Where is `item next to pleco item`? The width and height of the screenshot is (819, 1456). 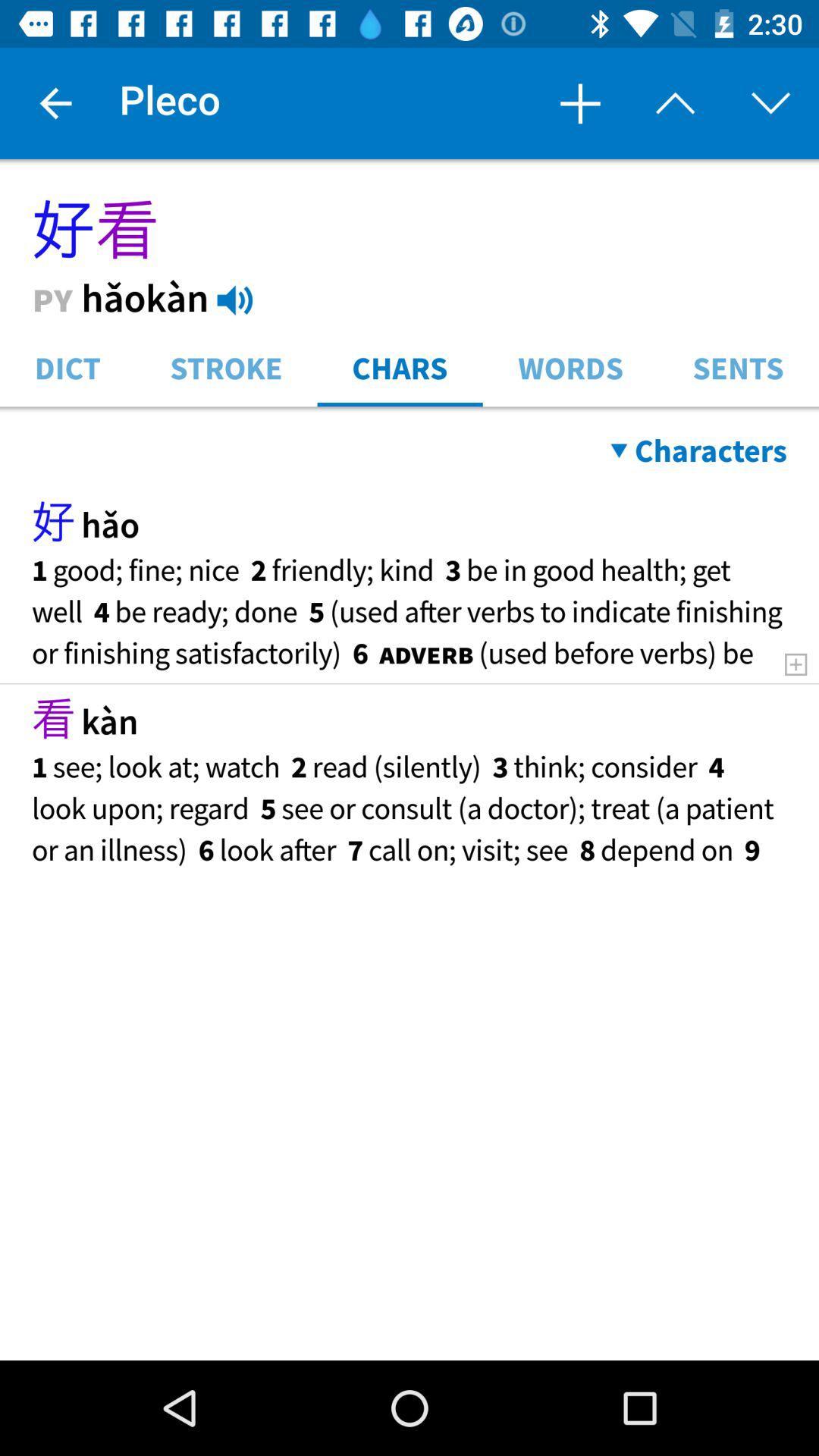
item next to pleco item is located at coordinates (55, 102).